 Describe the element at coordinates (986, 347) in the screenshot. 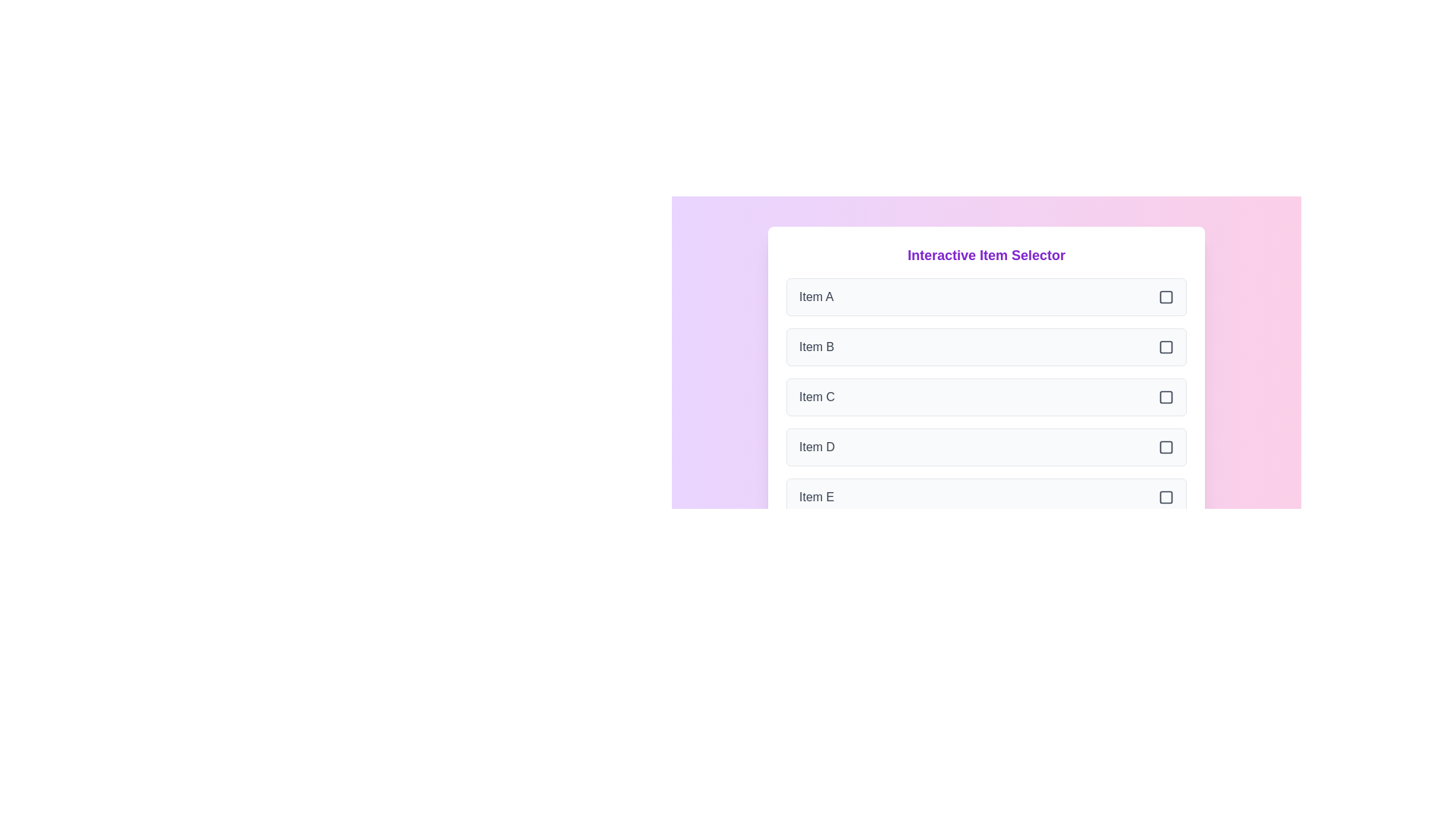

I see `the item Item B to observe its hover effect` at that location.